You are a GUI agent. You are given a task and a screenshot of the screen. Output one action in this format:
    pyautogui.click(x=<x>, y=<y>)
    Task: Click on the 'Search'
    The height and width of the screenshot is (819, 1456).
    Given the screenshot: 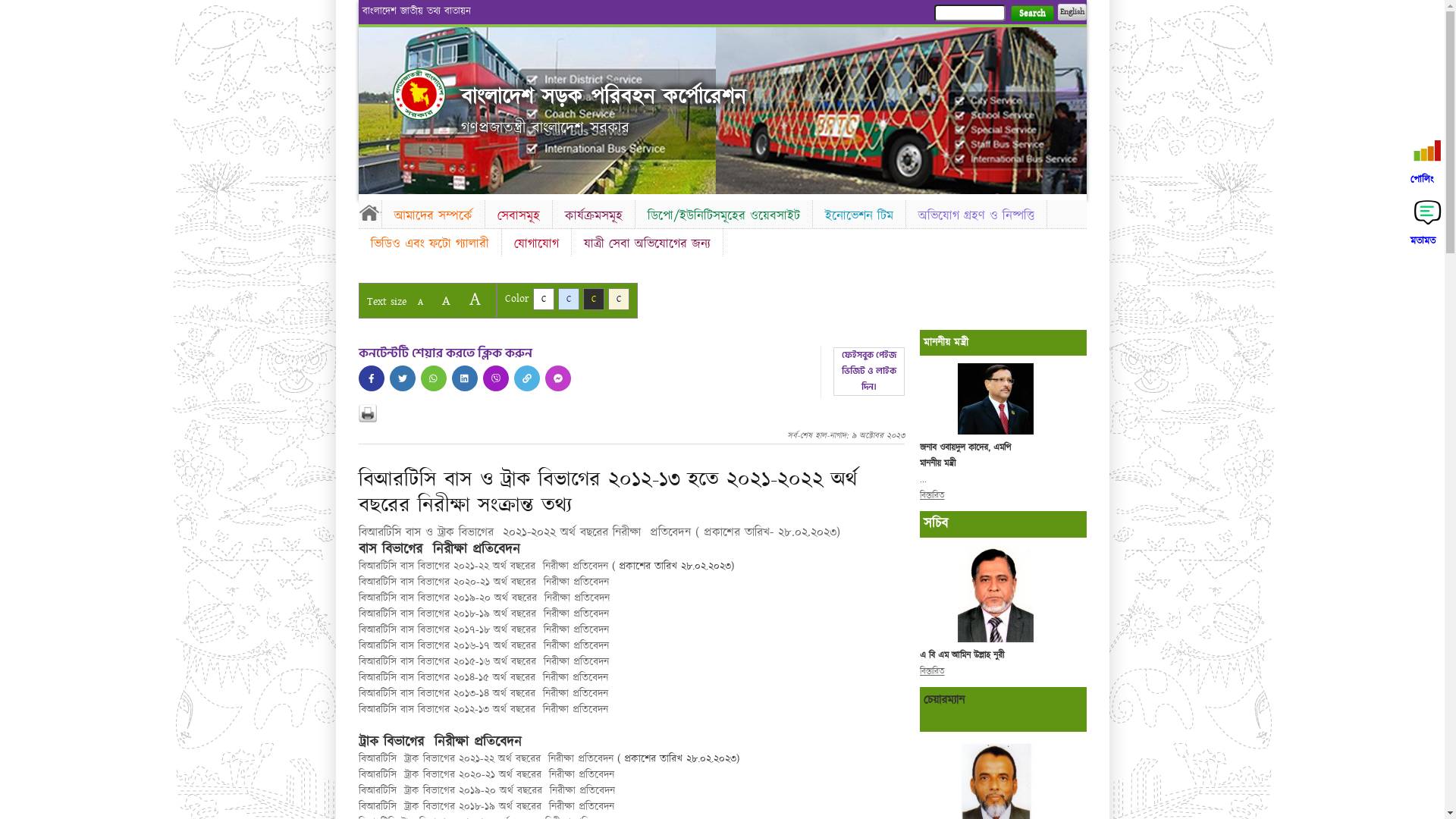 What is the action you would take?
    pyautogui.click(x=1031, y=13)
    